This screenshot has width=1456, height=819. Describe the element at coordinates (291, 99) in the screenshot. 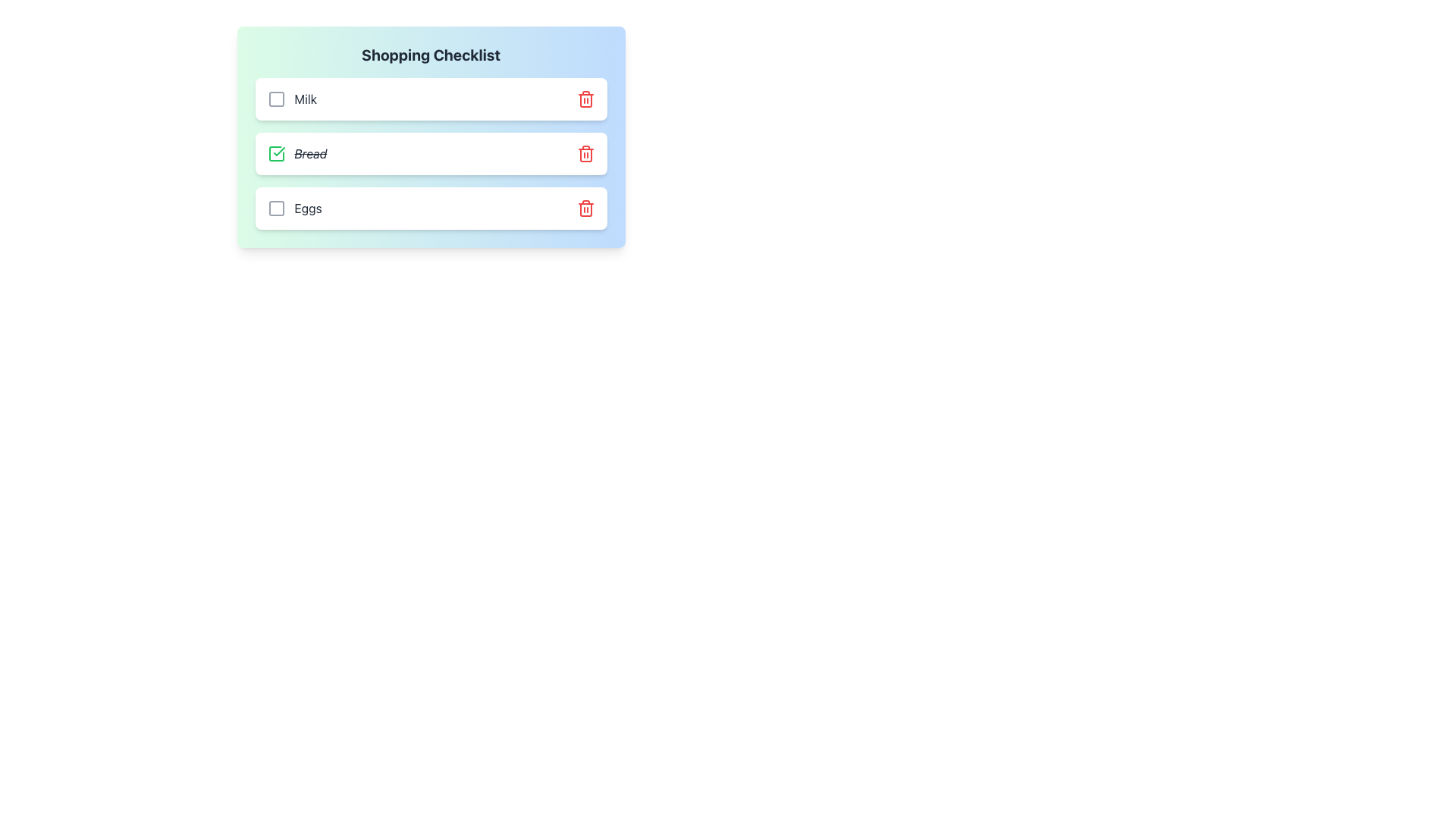

I see `the 'Milk' checkbox item in the shopping checklist to mark it as completed or selected` at that location.